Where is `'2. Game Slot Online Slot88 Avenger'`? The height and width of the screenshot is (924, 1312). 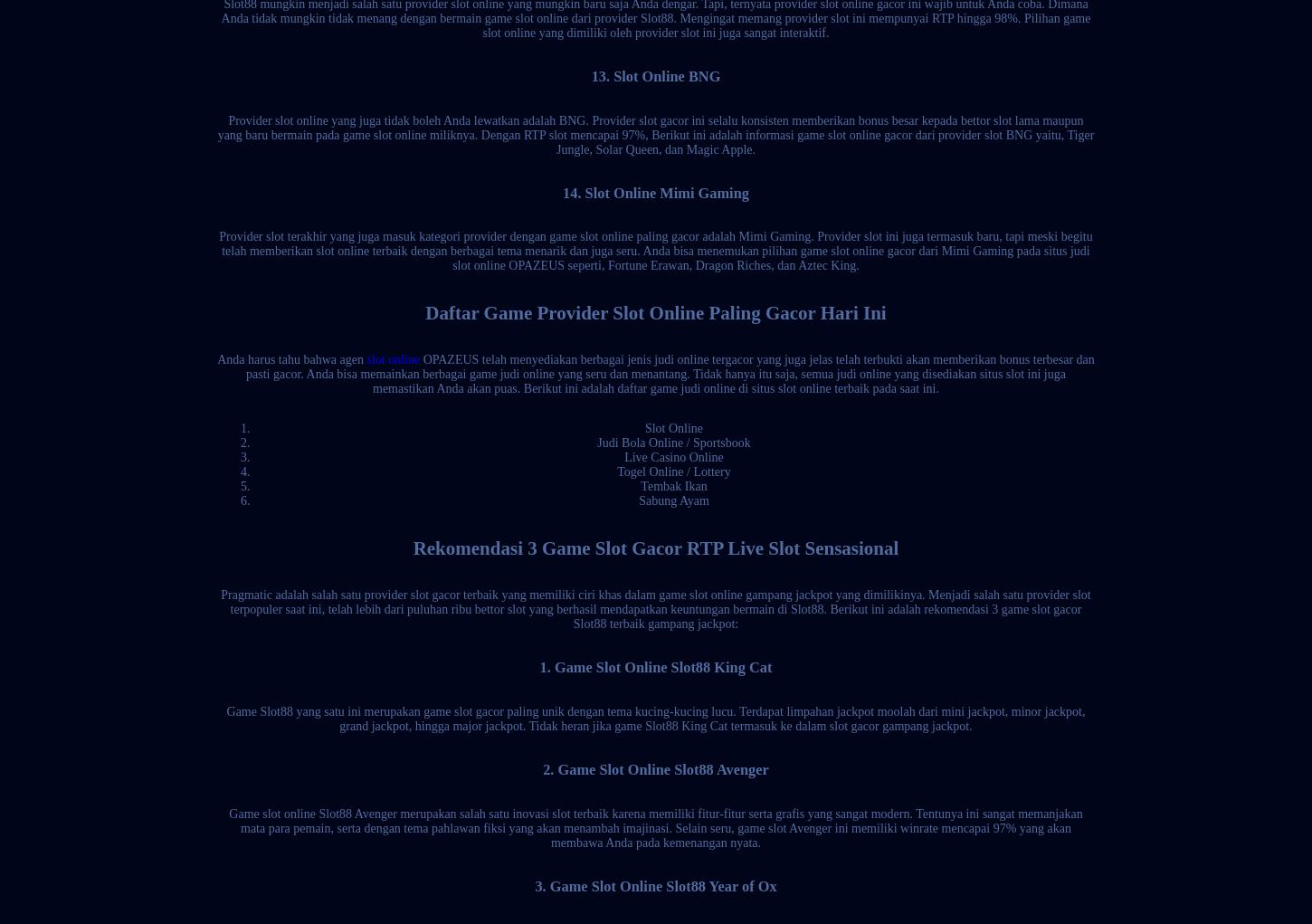
'2. Game Slot Online Slot88 Avenger' is located at coordinates (543, 769).